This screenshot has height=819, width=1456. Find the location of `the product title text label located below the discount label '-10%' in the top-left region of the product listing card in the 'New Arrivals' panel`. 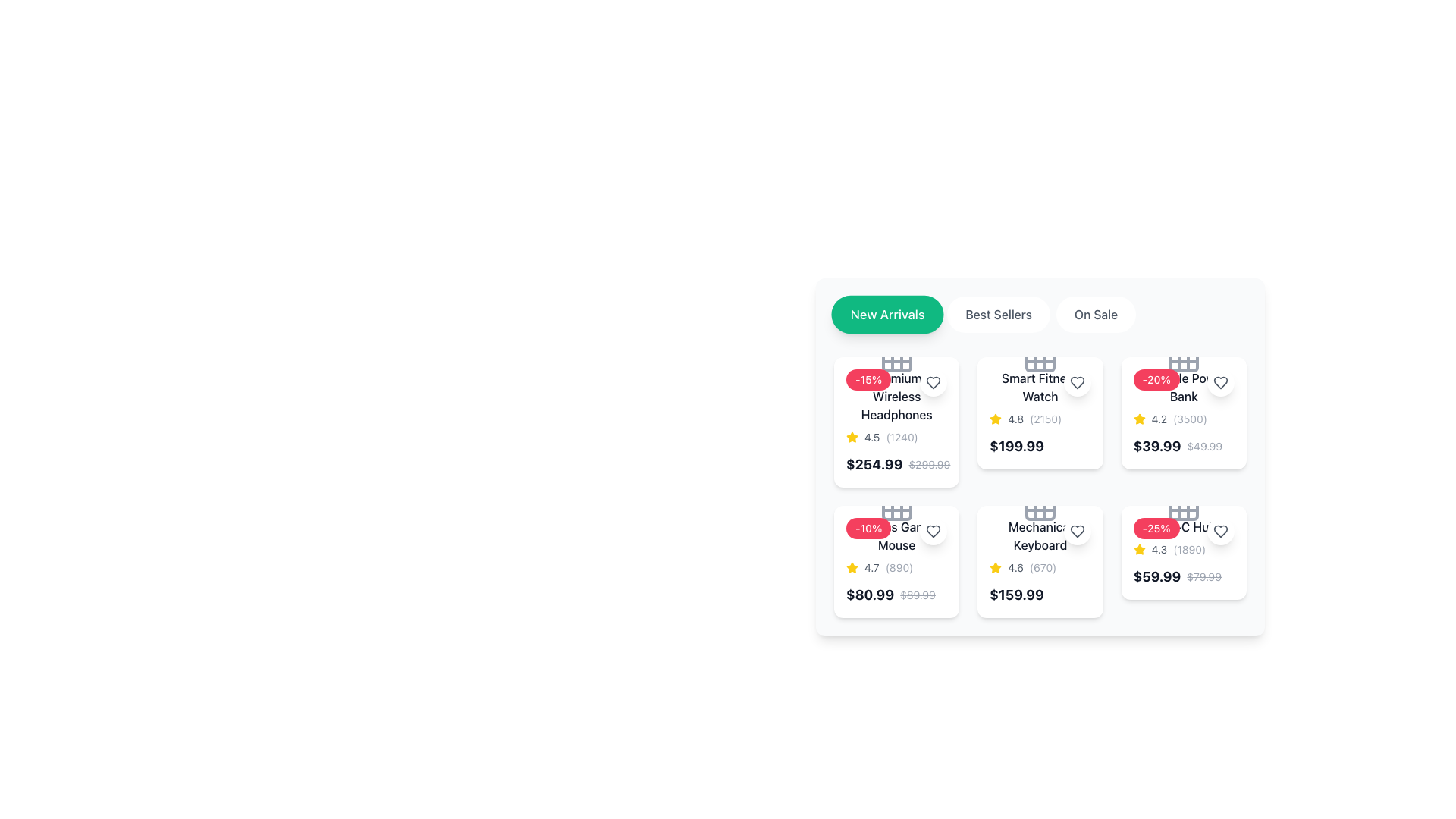

the product title text label located below the discount label '-10%' in the top-left region of the product listing card in the 'New Arrivals' panel is located at coordinates (896, 535).